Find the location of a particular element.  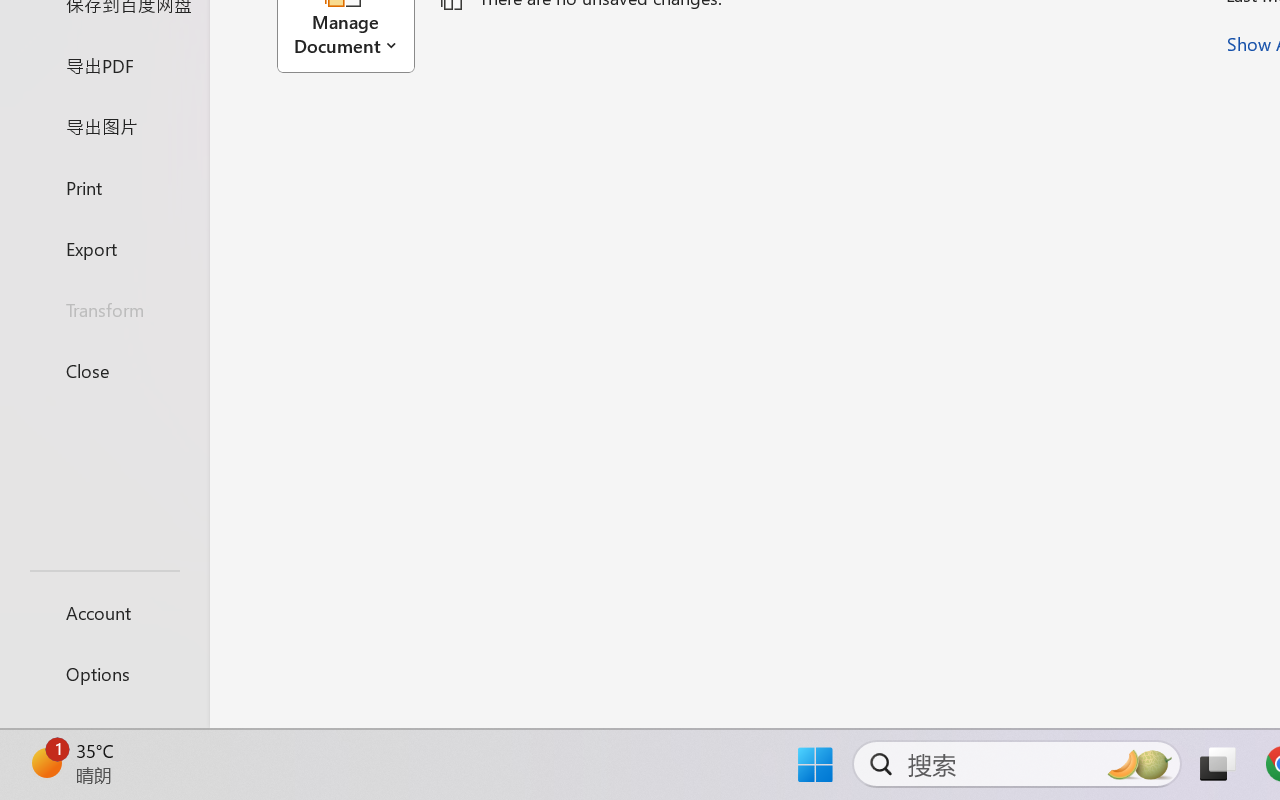

'Print' is located at coordinates (103, 186).